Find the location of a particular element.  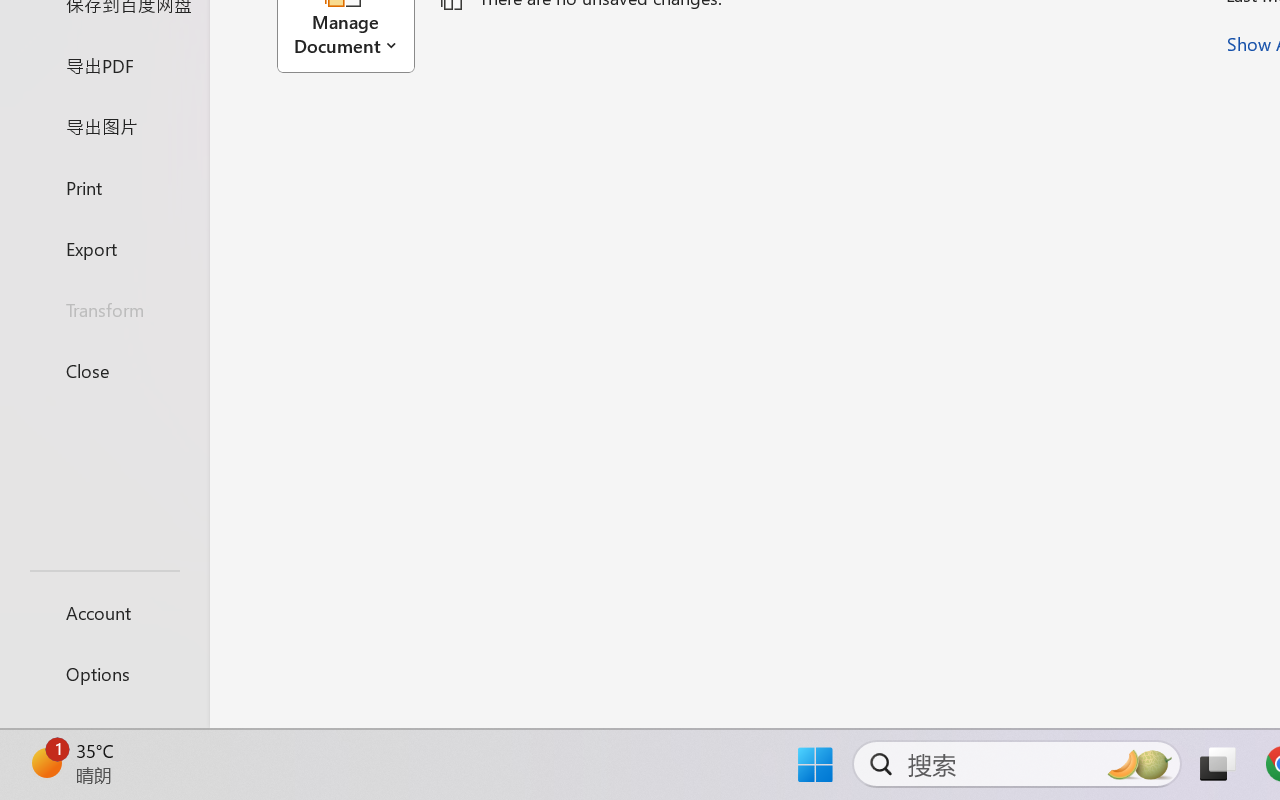

'Print' is located at coordinates (103, 186).